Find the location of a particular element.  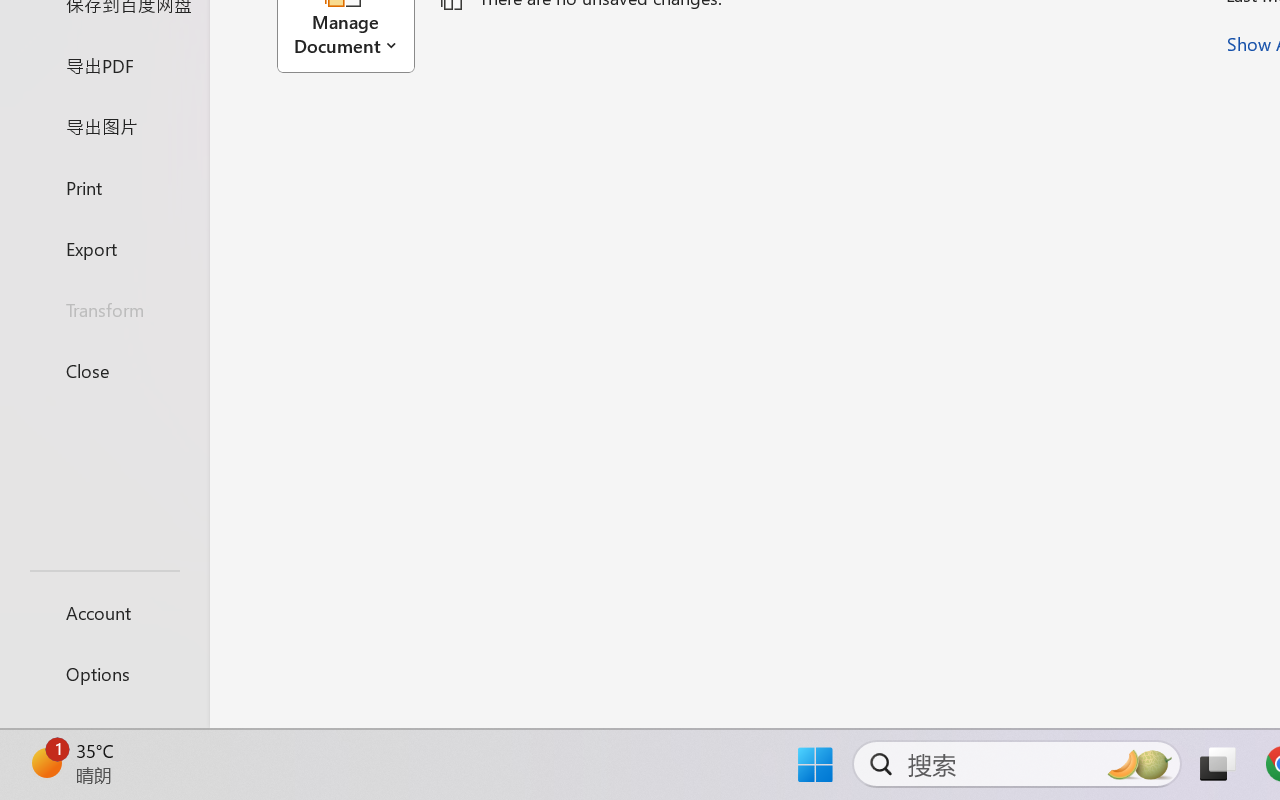

'Print' is located at coordinates (103, 186).